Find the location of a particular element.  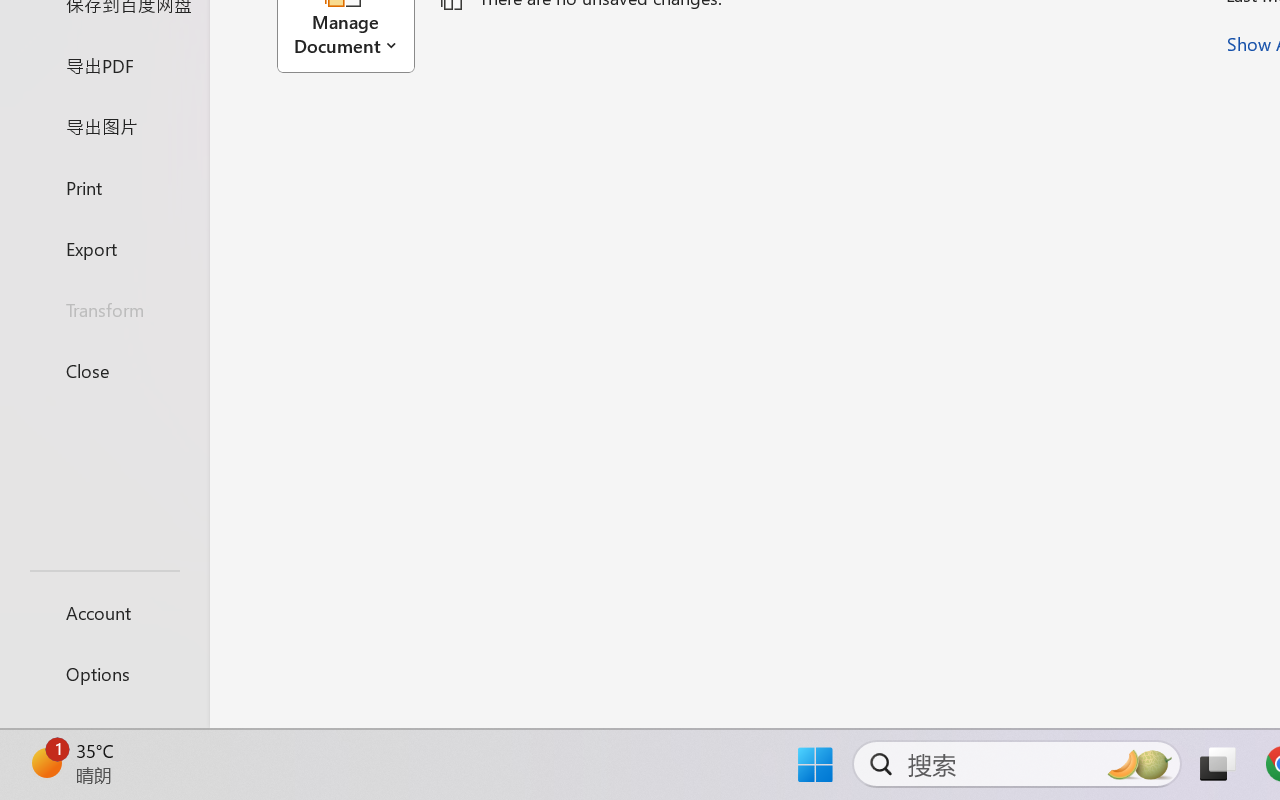

'Print' is located at coordinates (103, 186).